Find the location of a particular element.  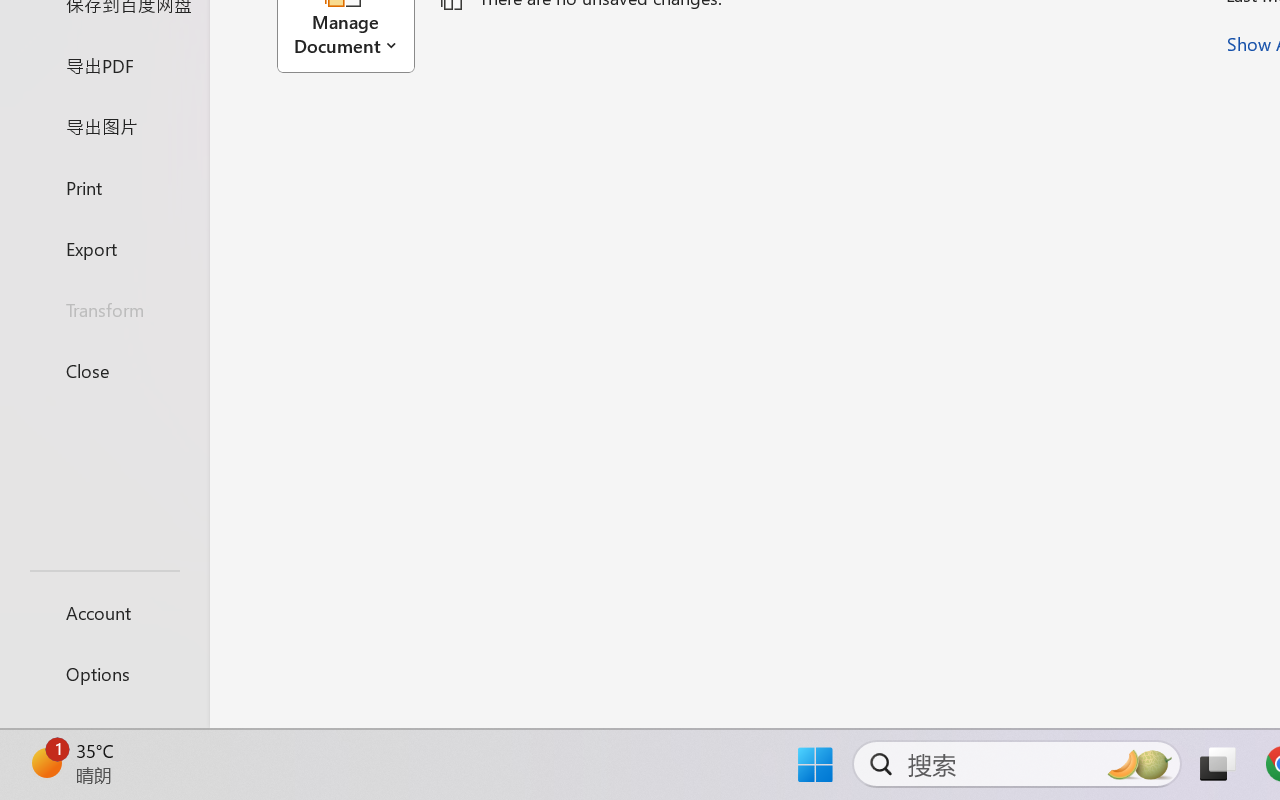

'Print' is located at coordinates (103, 186).